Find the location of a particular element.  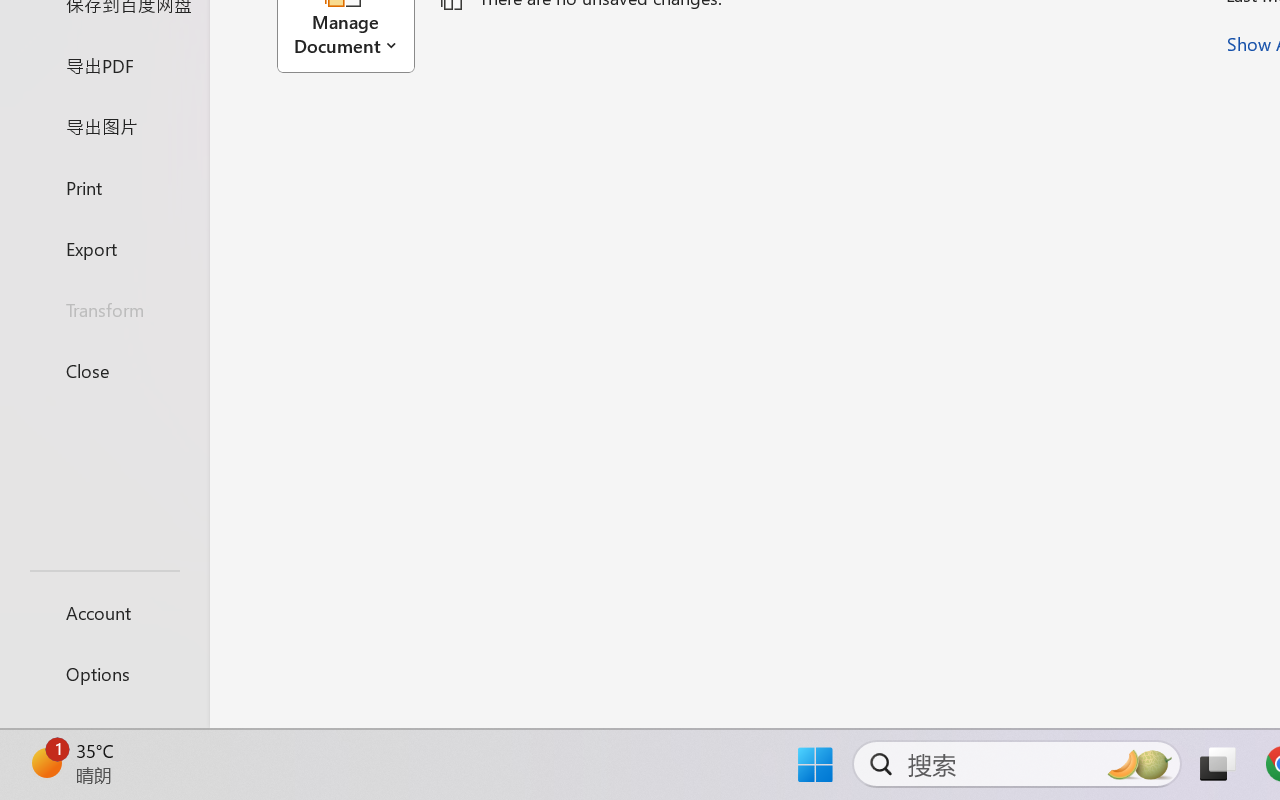

'Print' is located at coordinates (103, 186).